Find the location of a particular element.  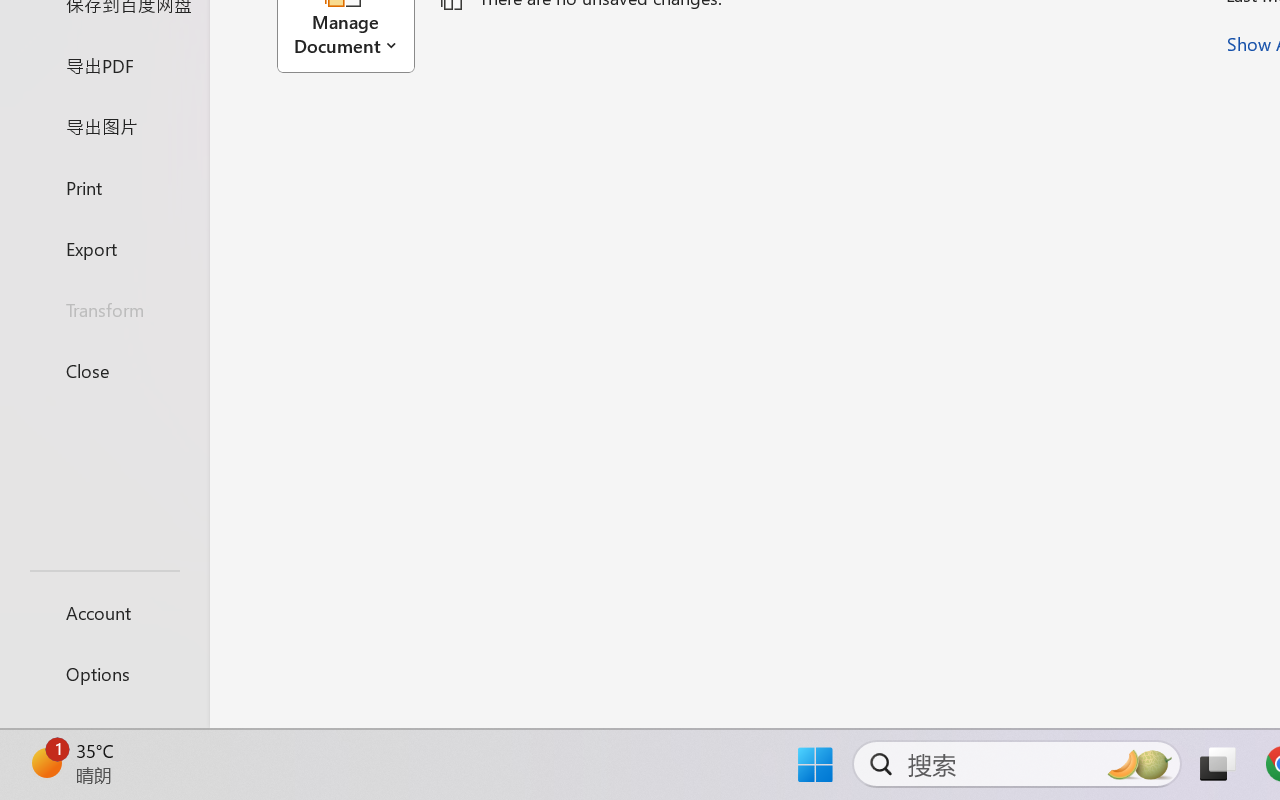

'Print' is located at coordinates (103, 186).